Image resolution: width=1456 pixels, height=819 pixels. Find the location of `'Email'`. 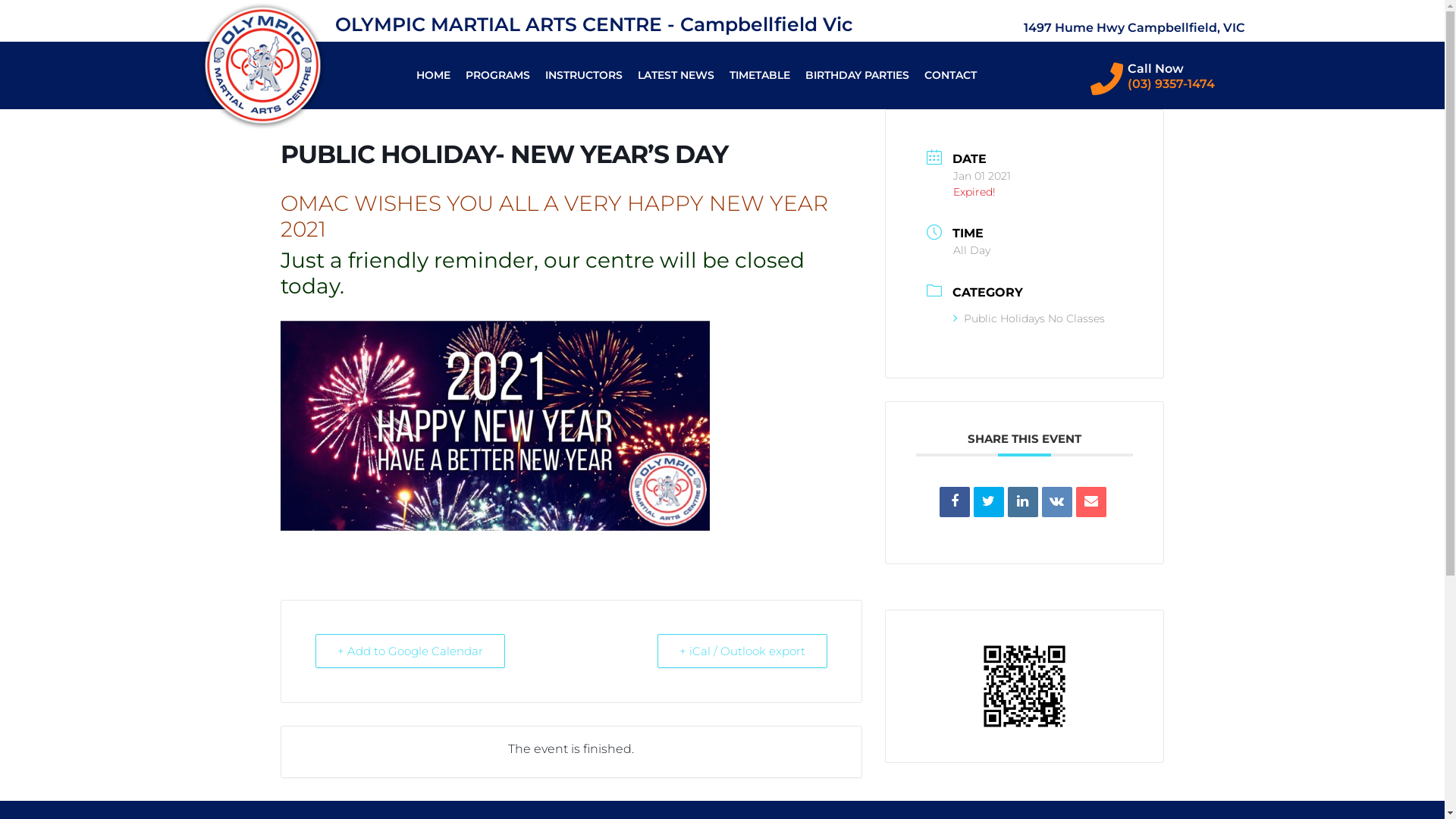

'Email' is located at coordinates (1075, 502).